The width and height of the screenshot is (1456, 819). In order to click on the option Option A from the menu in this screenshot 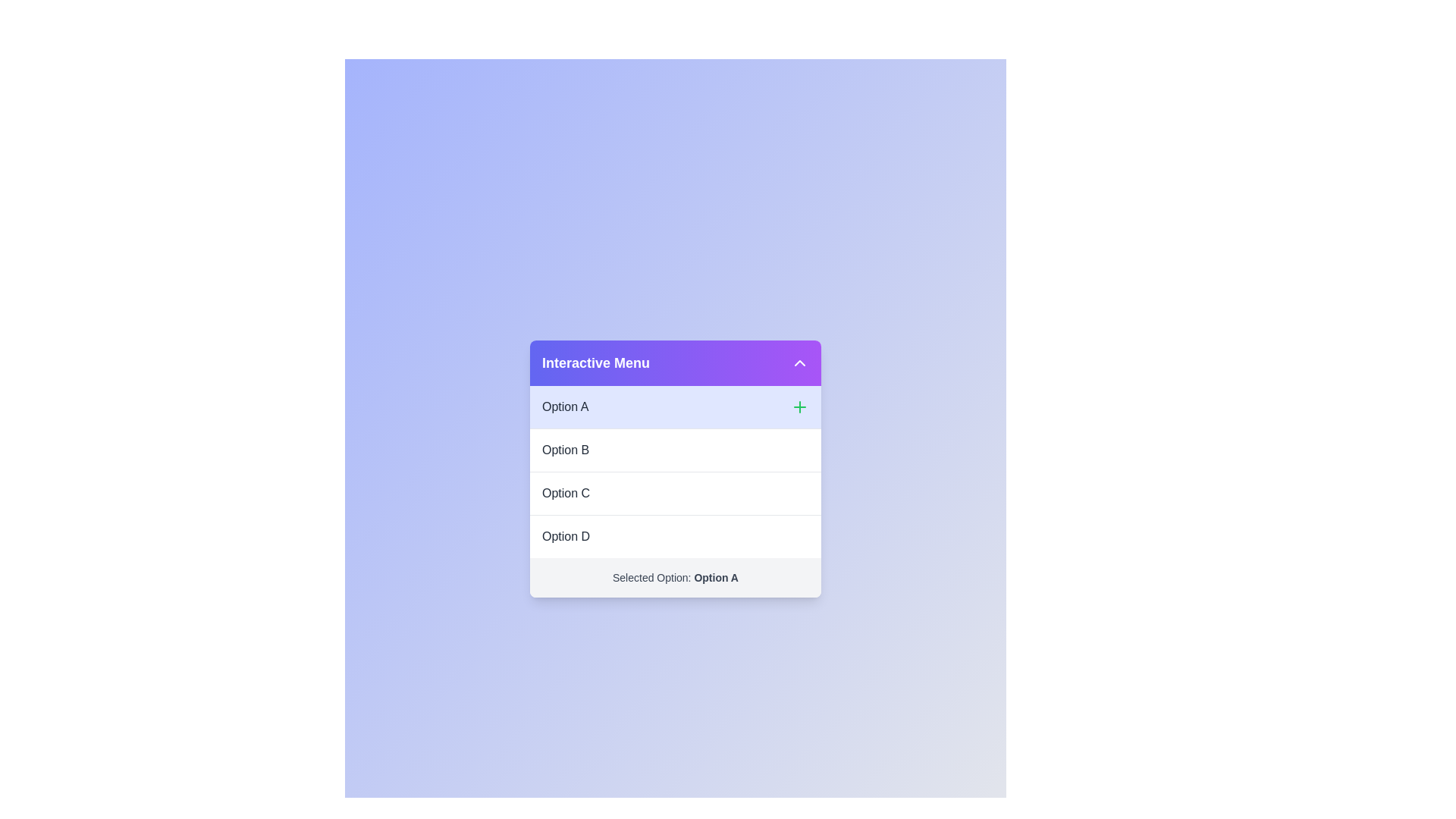, I will do `click(675, 406)`.